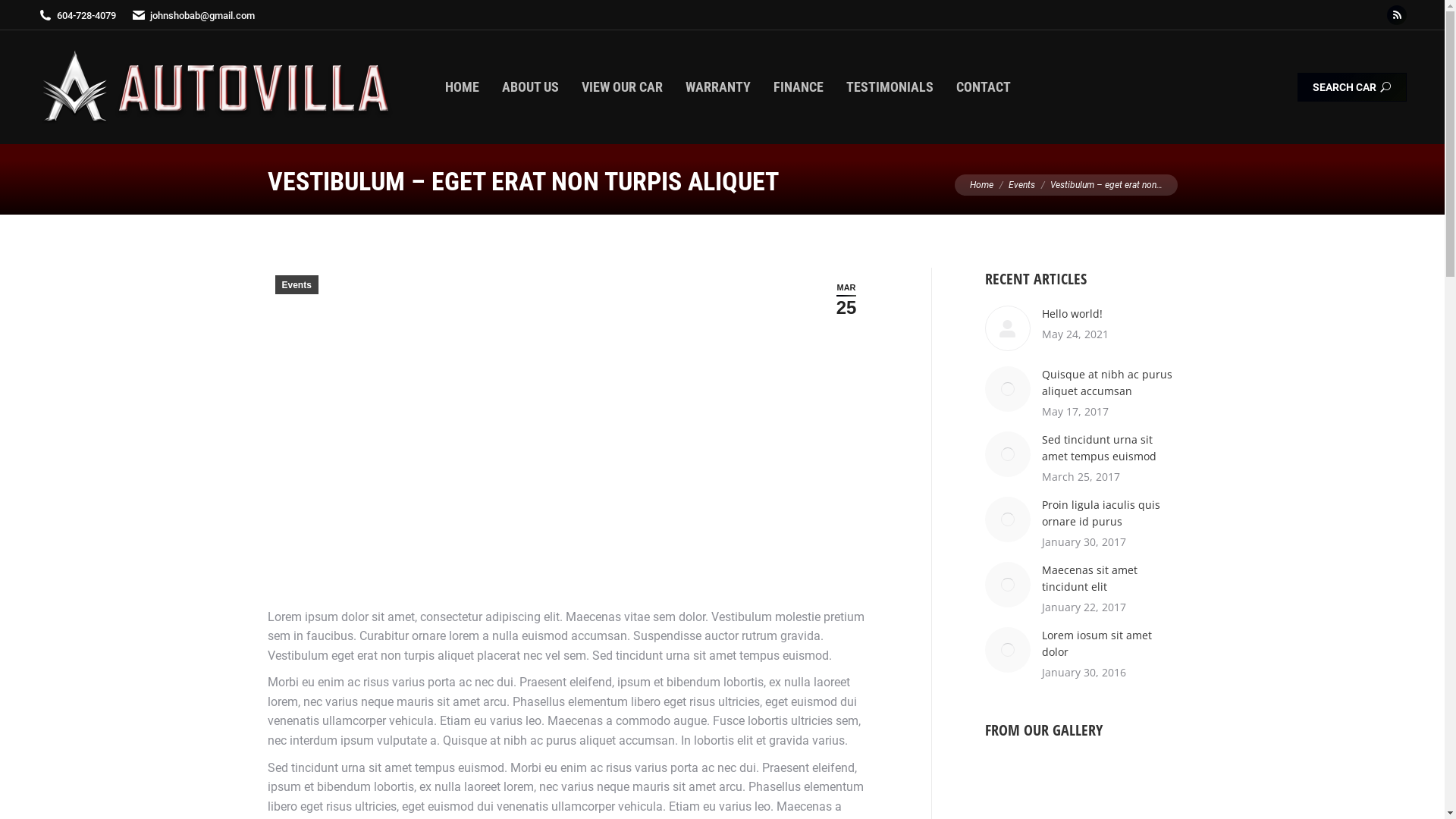 This screenshot has height=819, width=1456. I want to click on 'Rss page opens in new window', so click(1396, 14).